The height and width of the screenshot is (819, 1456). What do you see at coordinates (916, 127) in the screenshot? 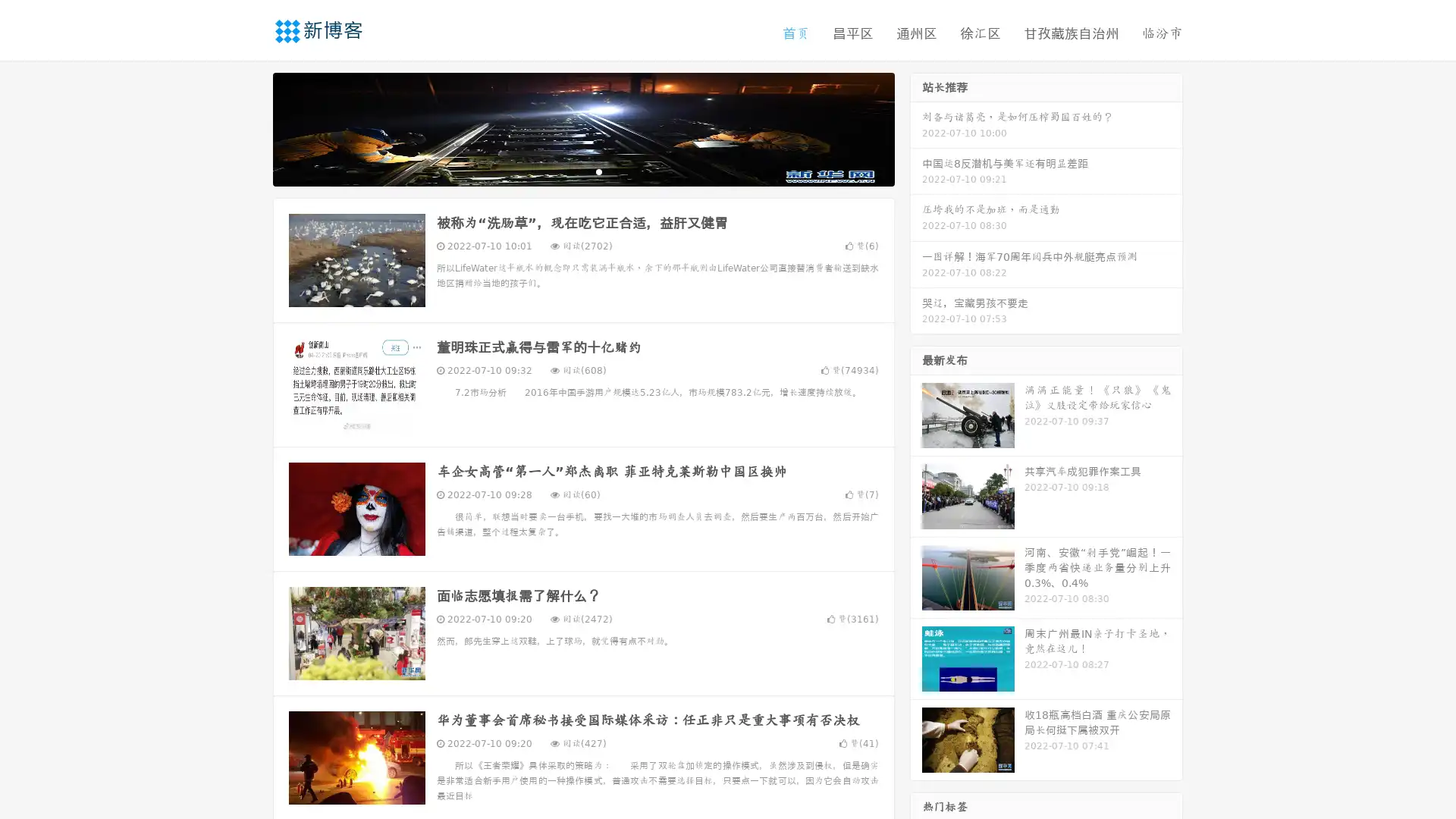
I see `Next slide` at bounding box center [916, 127].